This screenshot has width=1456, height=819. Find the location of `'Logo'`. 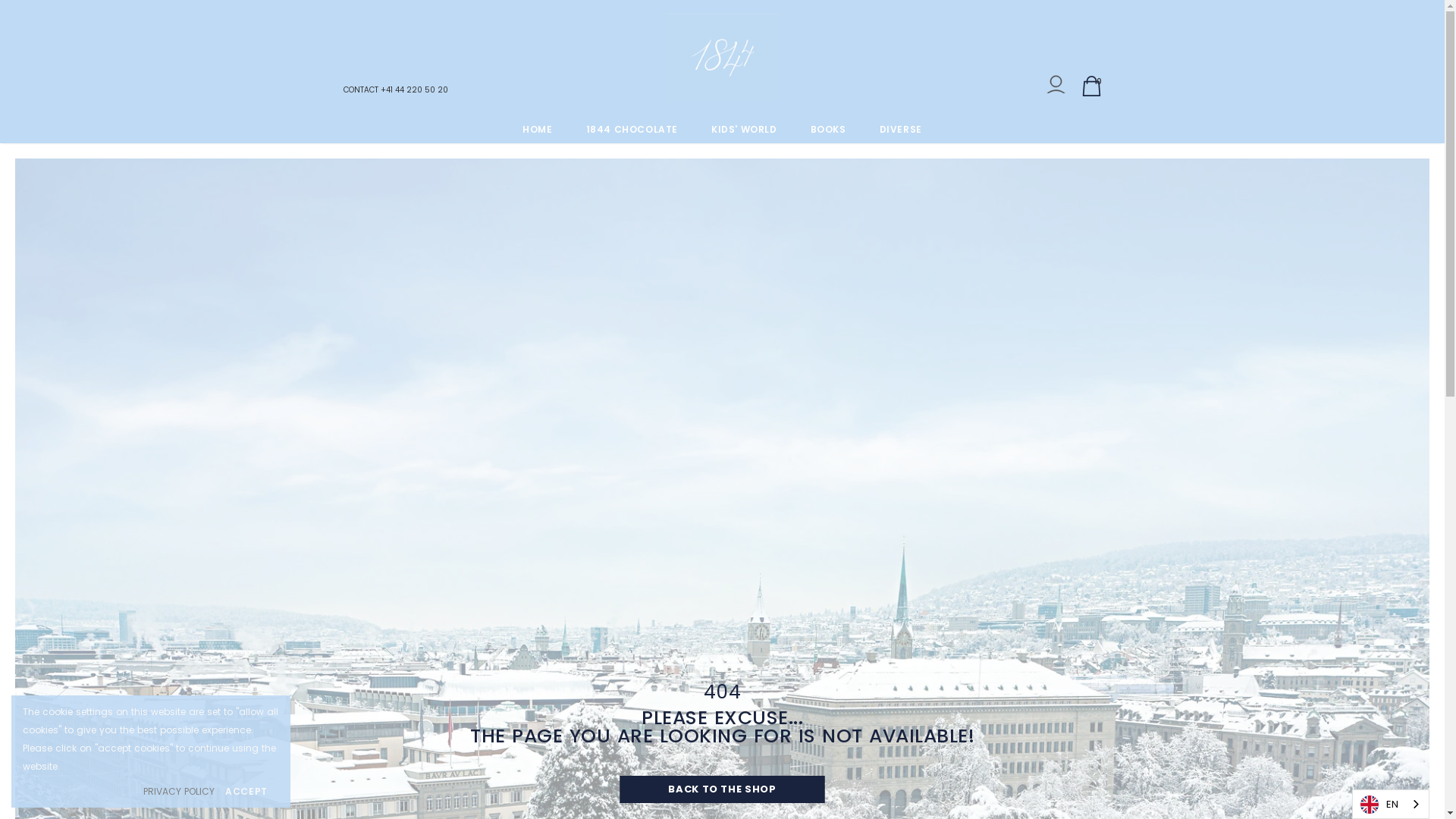

'Logo' is located at coordinates (722, 57).